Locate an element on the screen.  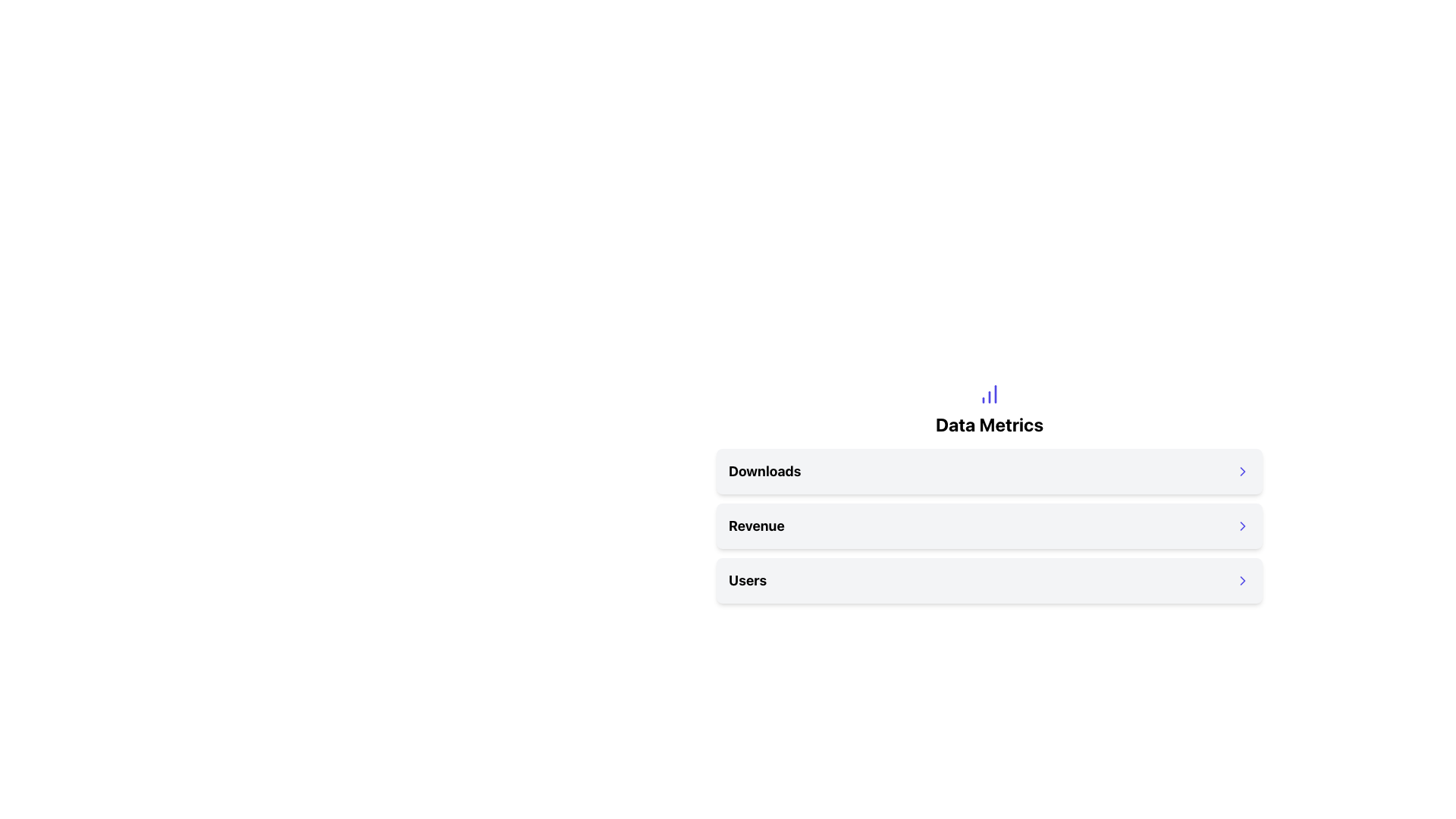
the statistics icon located in the 'Data Metrics' section, which is centered above the labeled rows such as 'Downloads', 'Revenue', and 'Users' is located at coordinates (990, 394).